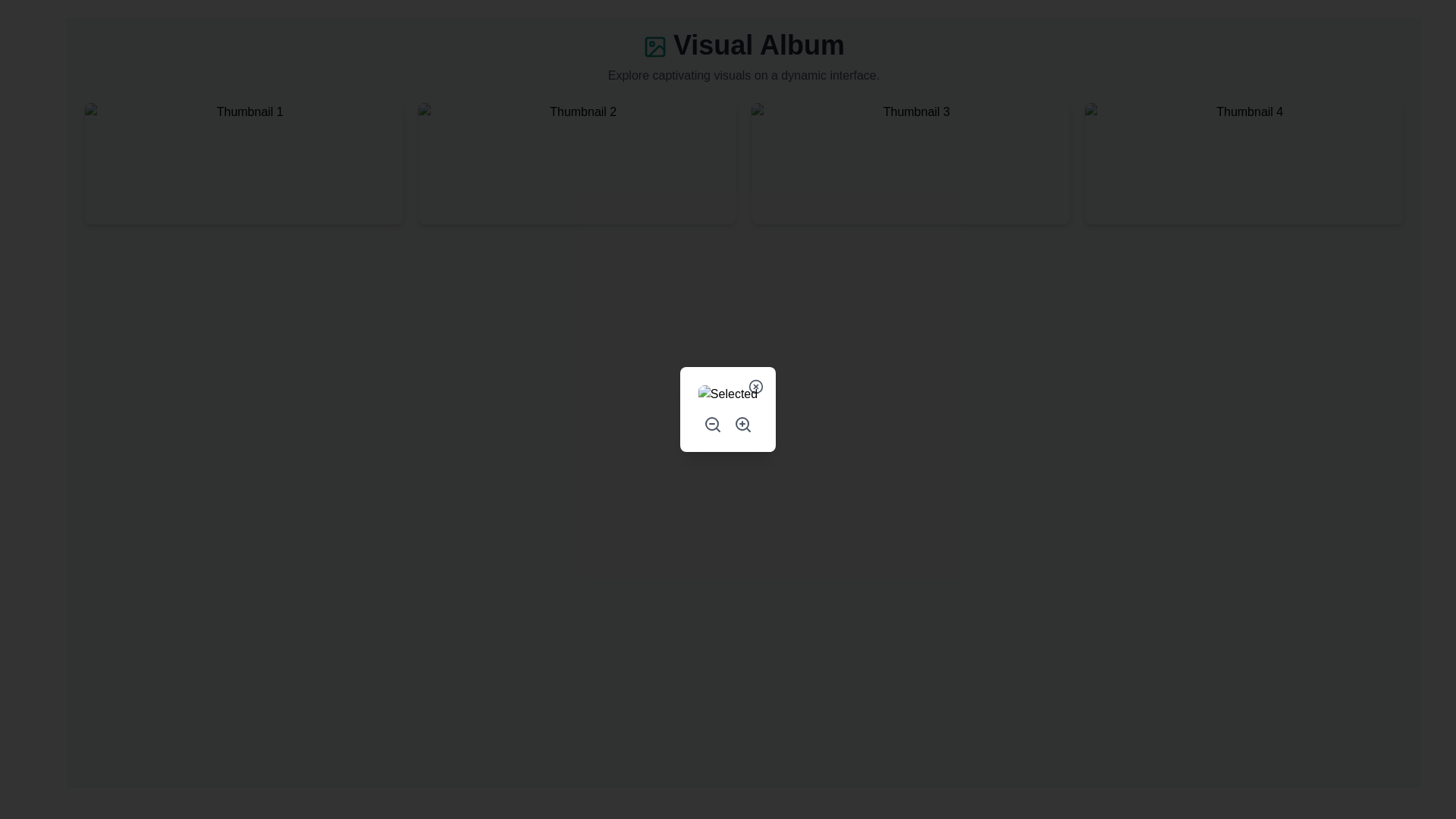 Image resolution: width=1456 pixels, height=819 pixels. What do you see at coordinates (712, 424) in the screenshot?
I see `the zoom out button, which is the first icon in the horizontal arrangement of two icons located at the bottom of the interaction panel` at bounding box center [712, 424].